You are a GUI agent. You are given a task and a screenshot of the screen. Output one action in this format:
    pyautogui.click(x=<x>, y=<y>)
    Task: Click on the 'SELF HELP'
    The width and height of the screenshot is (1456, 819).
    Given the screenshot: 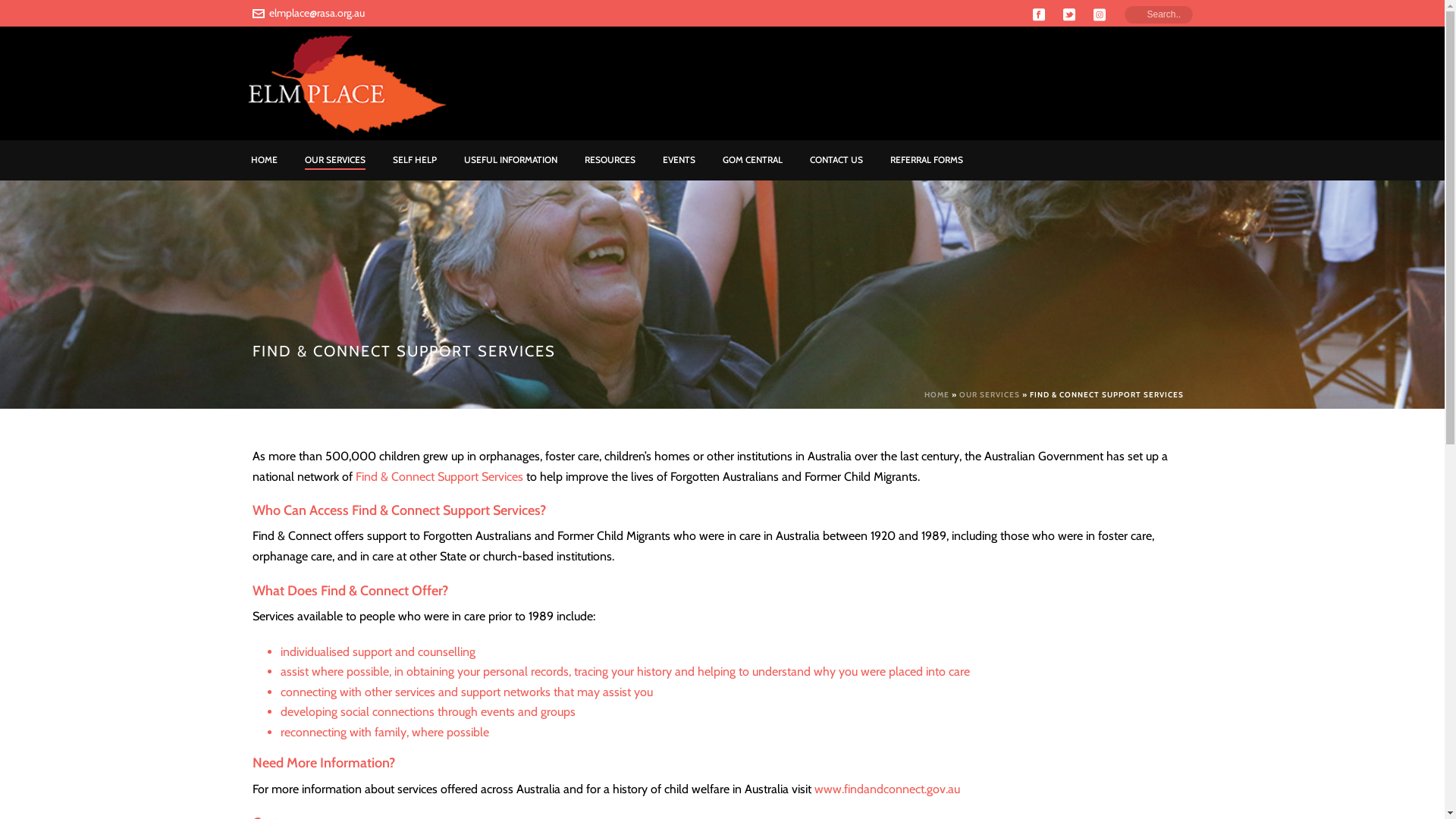 What is the action you would take?
    pyautogui.click(x=415, y=160)
    